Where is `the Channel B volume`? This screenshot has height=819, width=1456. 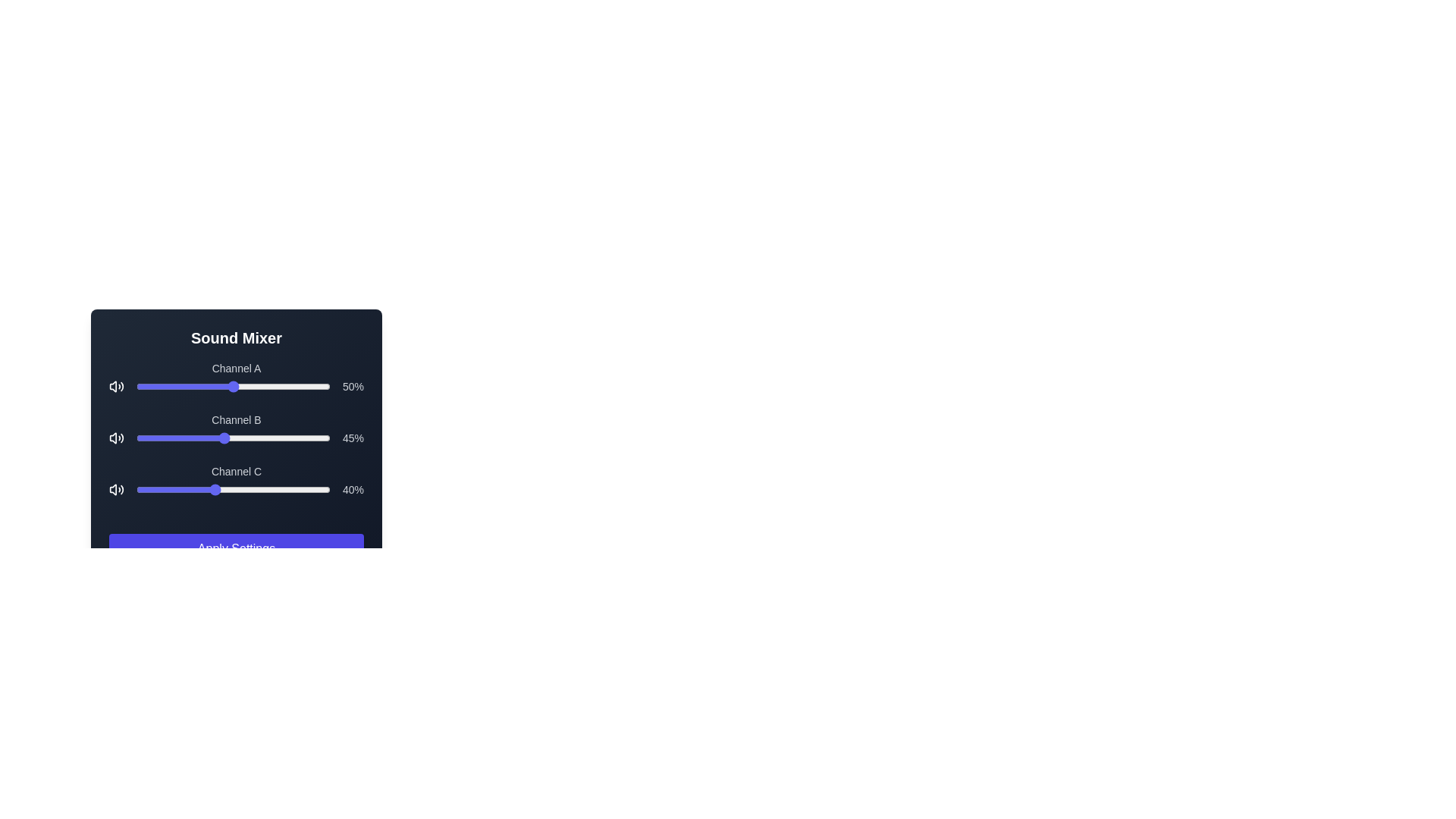 the Channel B volume is located at coordinates (274, 438).